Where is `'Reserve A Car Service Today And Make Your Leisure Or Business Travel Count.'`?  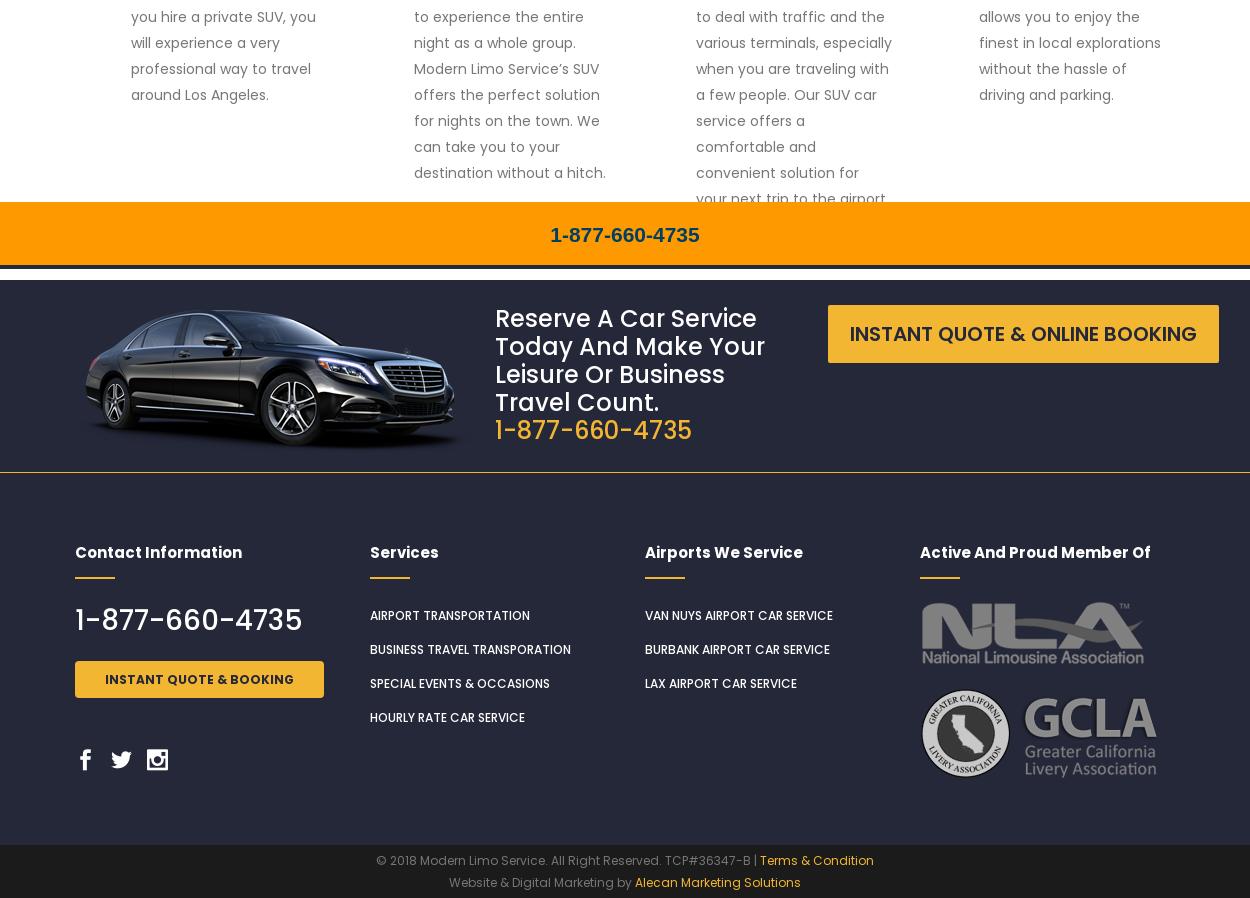 'Reserve A Car Service Today And Make Your Leisure Or Business Travel Count.' is located at coordinates (630, 360).